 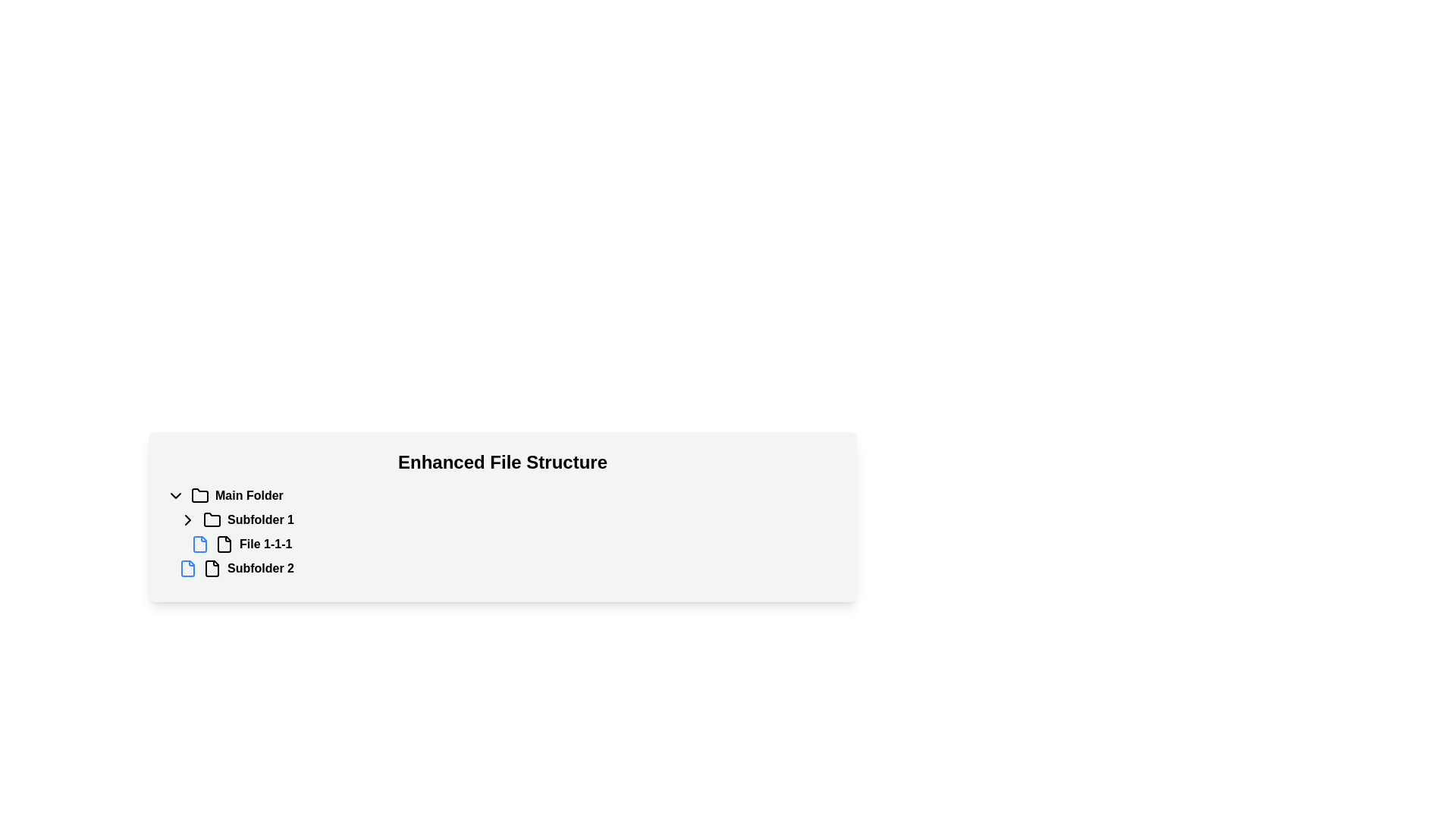 I want to click on the bold text label displaying 'Subfolder 1' to trigger the underline effect, so click(x=261, y=519).